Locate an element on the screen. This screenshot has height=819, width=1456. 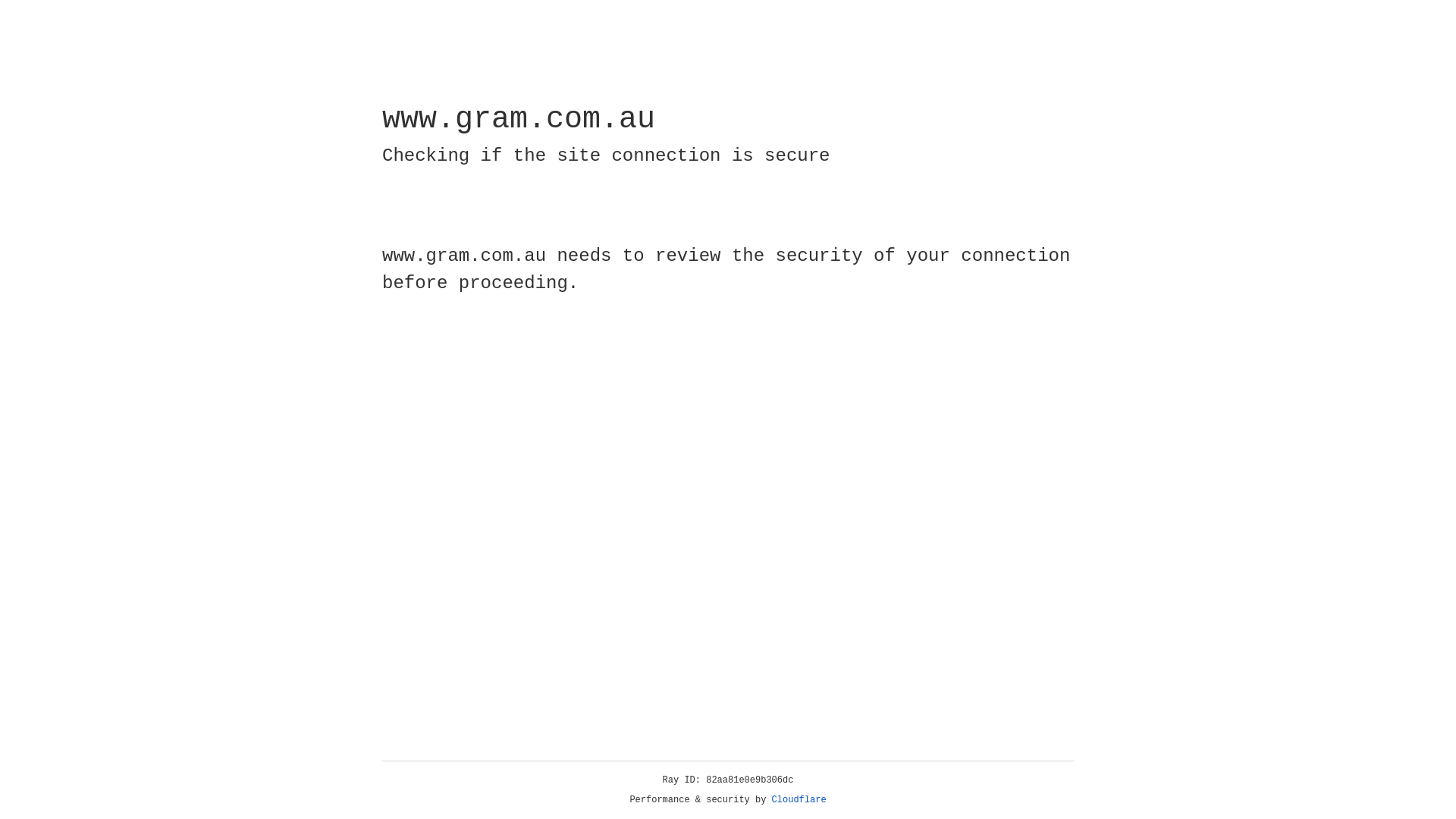
'Cloudflare' is located at coordinates (771, 799).